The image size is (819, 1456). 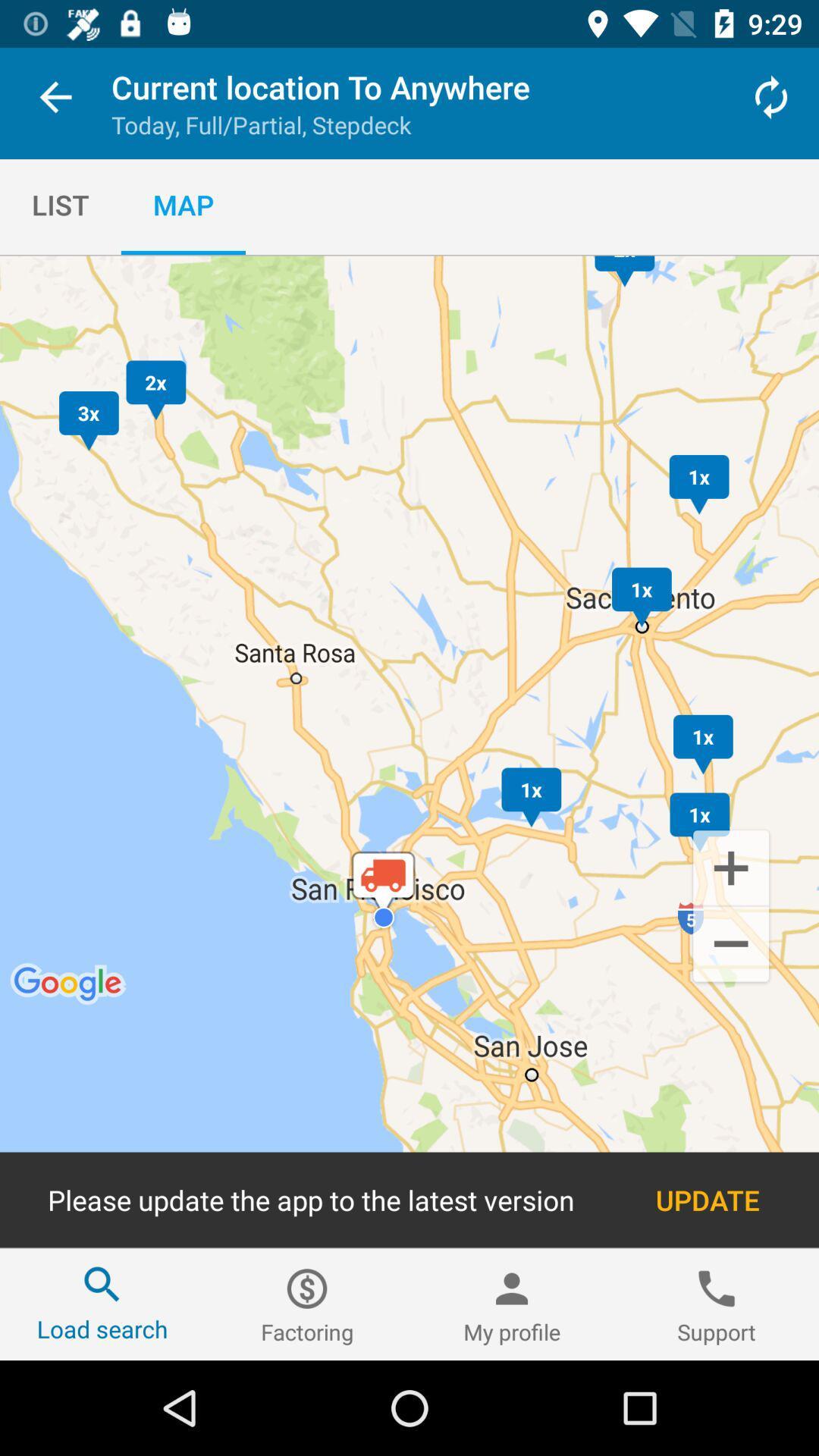 What do you see at coordinates (55, 99) in the screenshot?
I see `the item to the left of the current location to item` at bounding box center [55, 99].